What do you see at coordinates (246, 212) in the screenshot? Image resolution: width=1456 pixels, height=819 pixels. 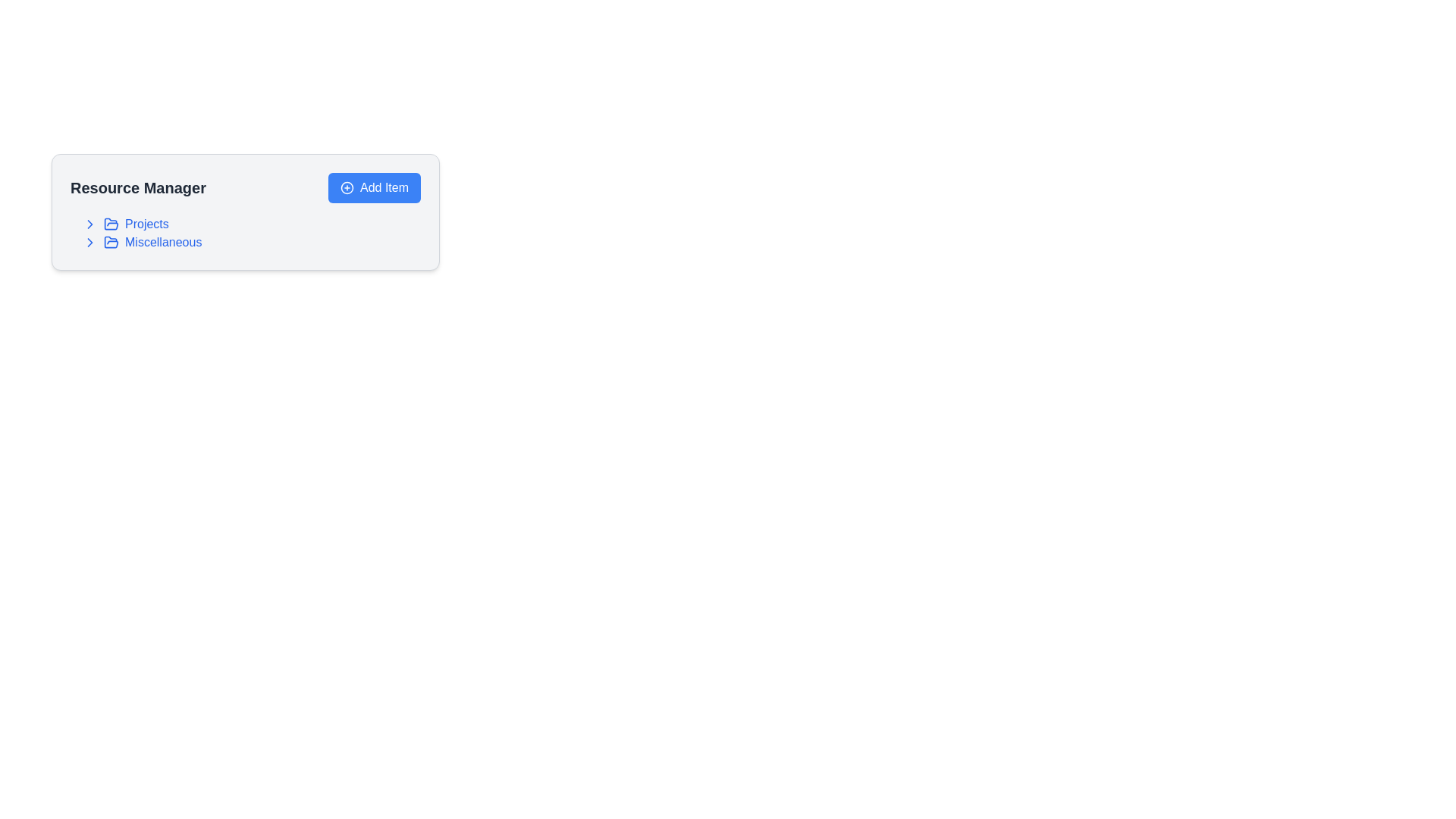 I see `the 'Add Item' button located at the top right of the 'Resource Manager' card, which has a light gray background and rounded corners` at bounding box center [246, 212].